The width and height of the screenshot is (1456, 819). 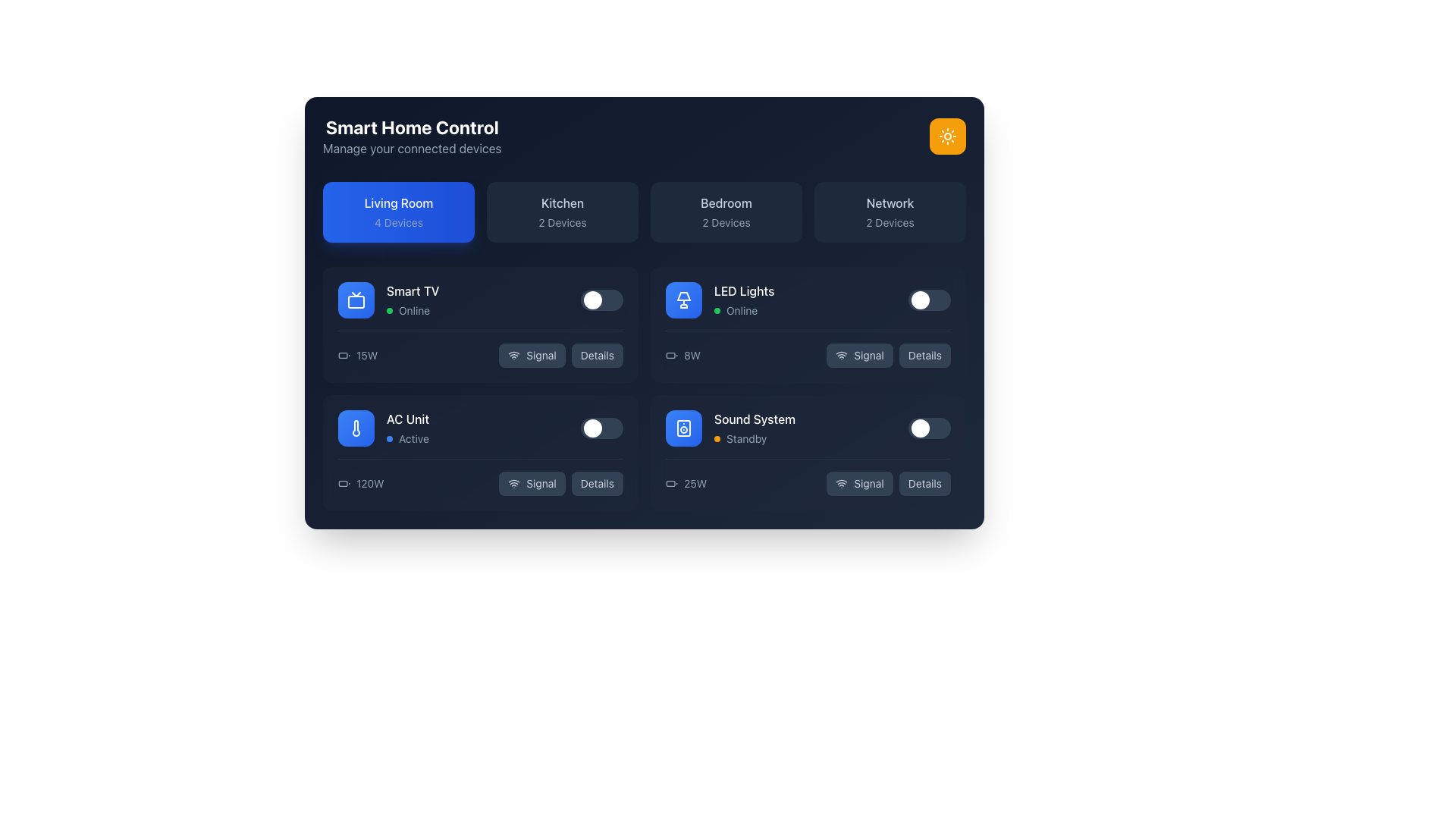 I want to click on the Text display that indicates the number of devices associated with the 'Bedroom' section, located immediately below the 'Bedroom' text in the third card of four cards, so click(x=726, y=222).